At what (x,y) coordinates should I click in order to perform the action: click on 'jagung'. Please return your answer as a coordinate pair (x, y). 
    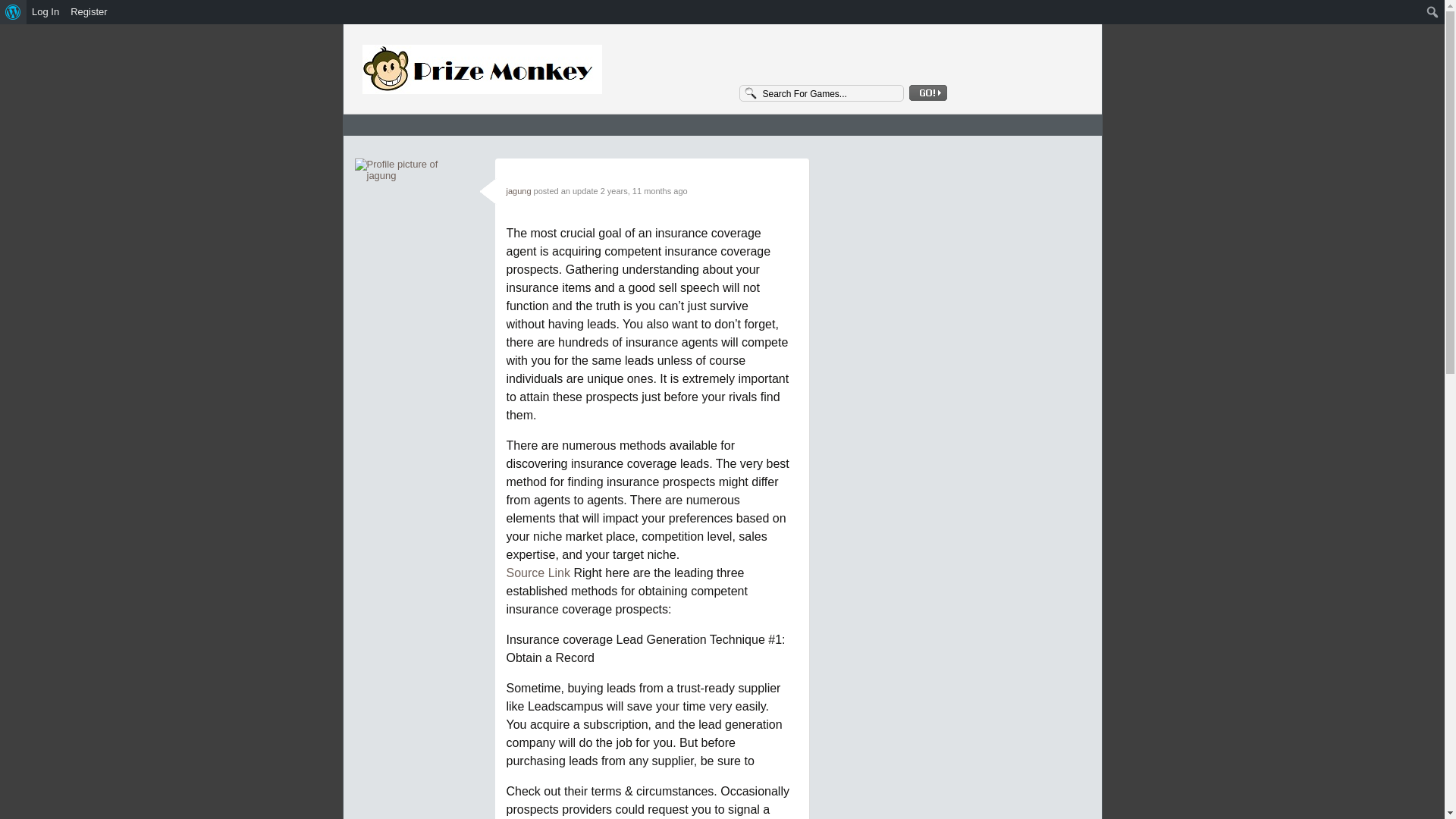
    Looking at the image, I should click on (519, 190).